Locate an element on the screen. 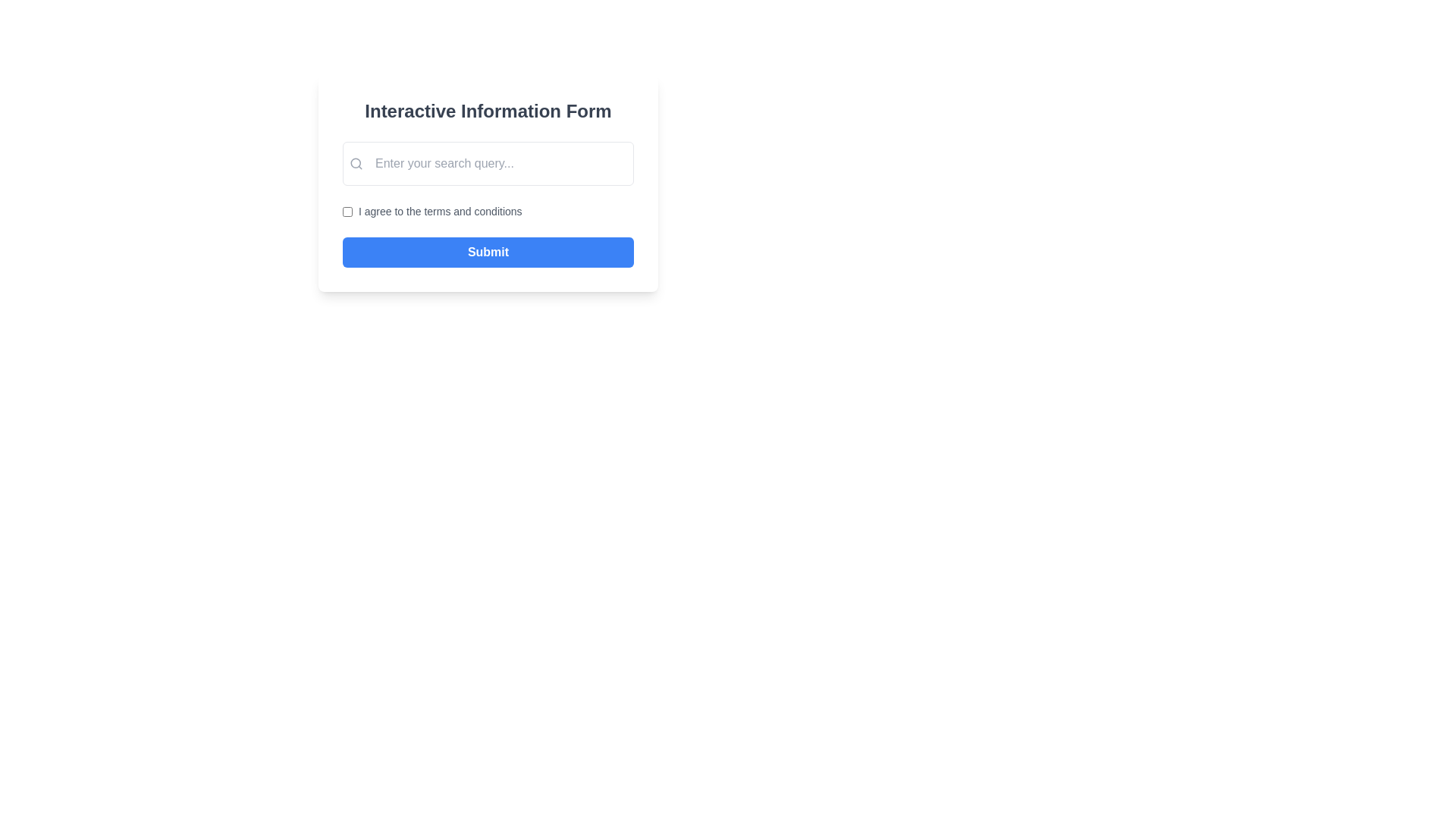 The width and height of the screenshot is (1456, 819). the circular lens of the search icon located at the leftmost edge of the input field is located at coordinates (355, 163).